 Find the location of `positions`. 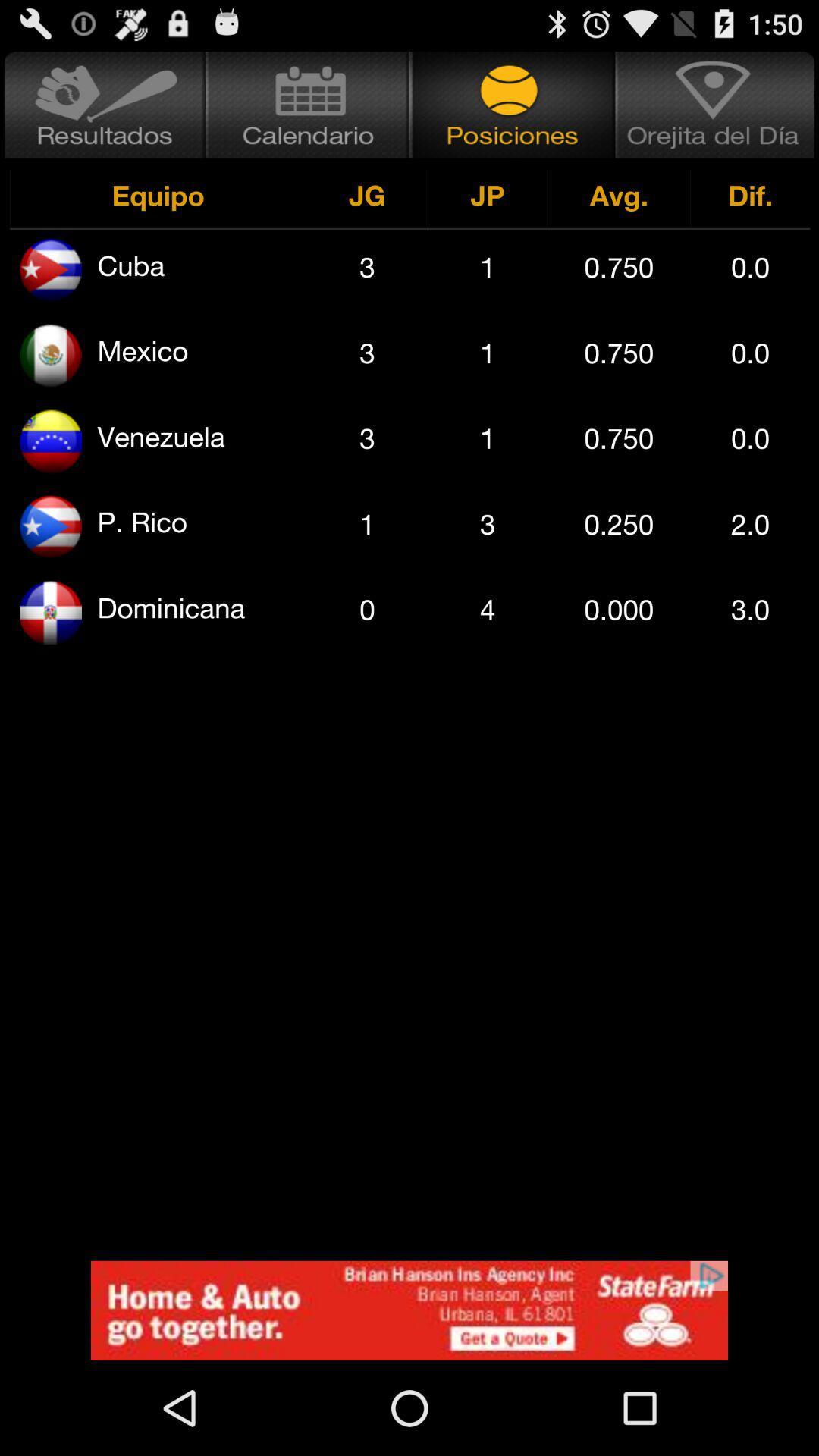

positions is located at coordinates (512, 104).